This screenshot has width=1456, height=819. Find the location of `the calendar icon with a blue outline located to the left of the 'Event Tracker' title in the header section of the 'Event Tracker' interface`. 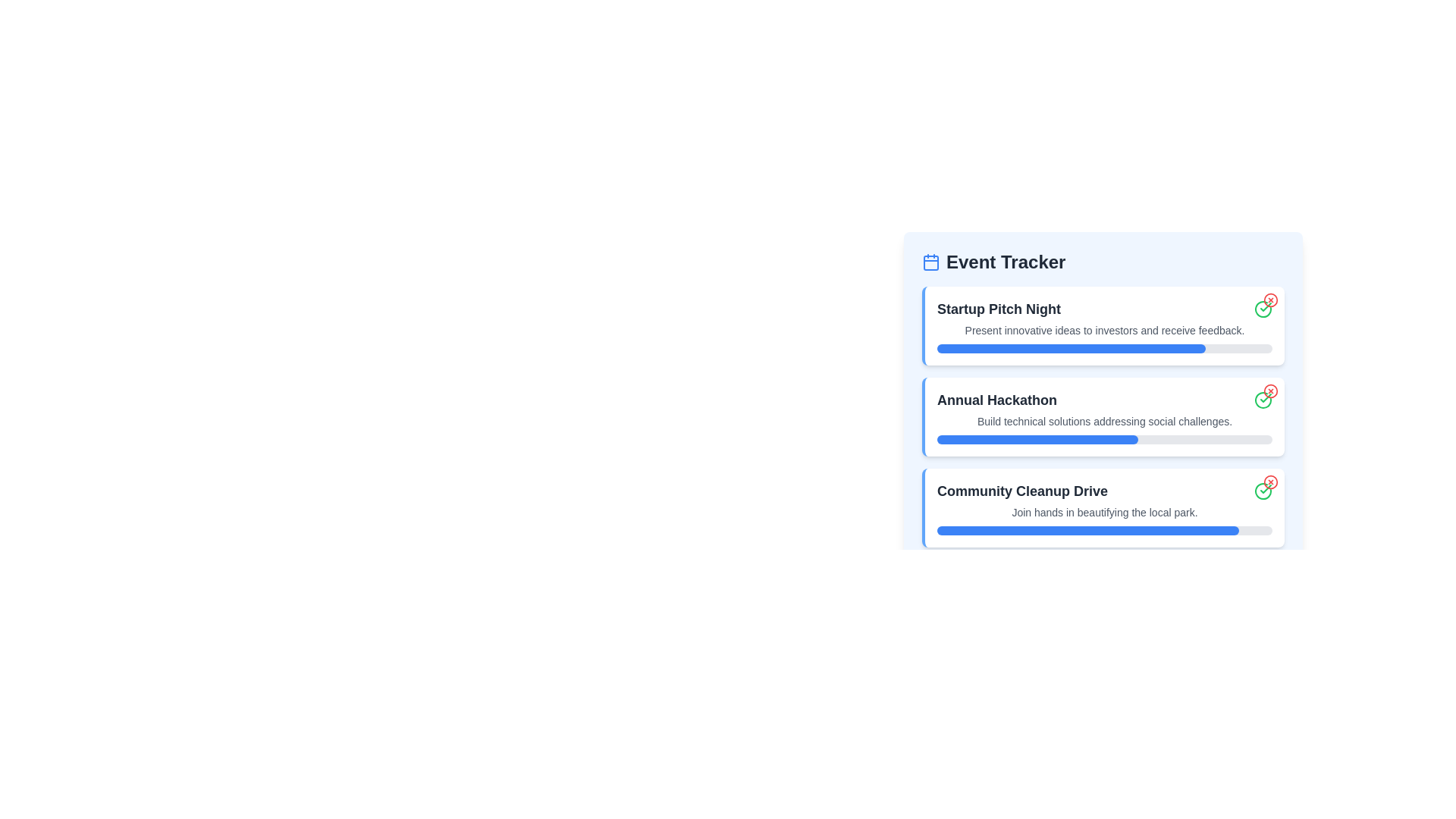

the calendar icon with a blue outline located to the left of the 'Event Tracker' title in the header section of the 'Event Tracker' interface is located at coordinates (930, 262).